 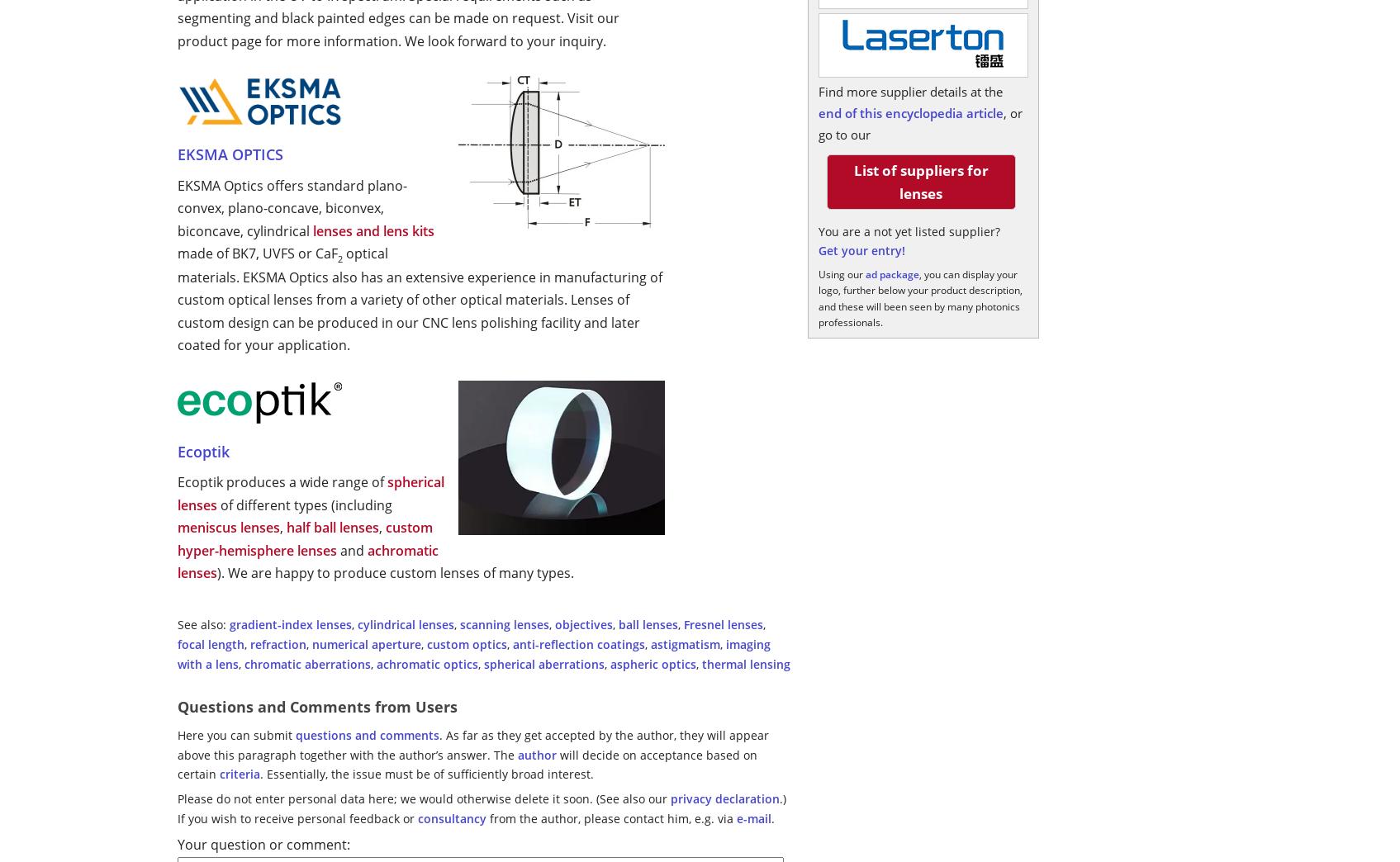 What do you see at coordinates (452, 817) in the screenshot?
I see `'consultancy'` at bounding box center [452, 817].